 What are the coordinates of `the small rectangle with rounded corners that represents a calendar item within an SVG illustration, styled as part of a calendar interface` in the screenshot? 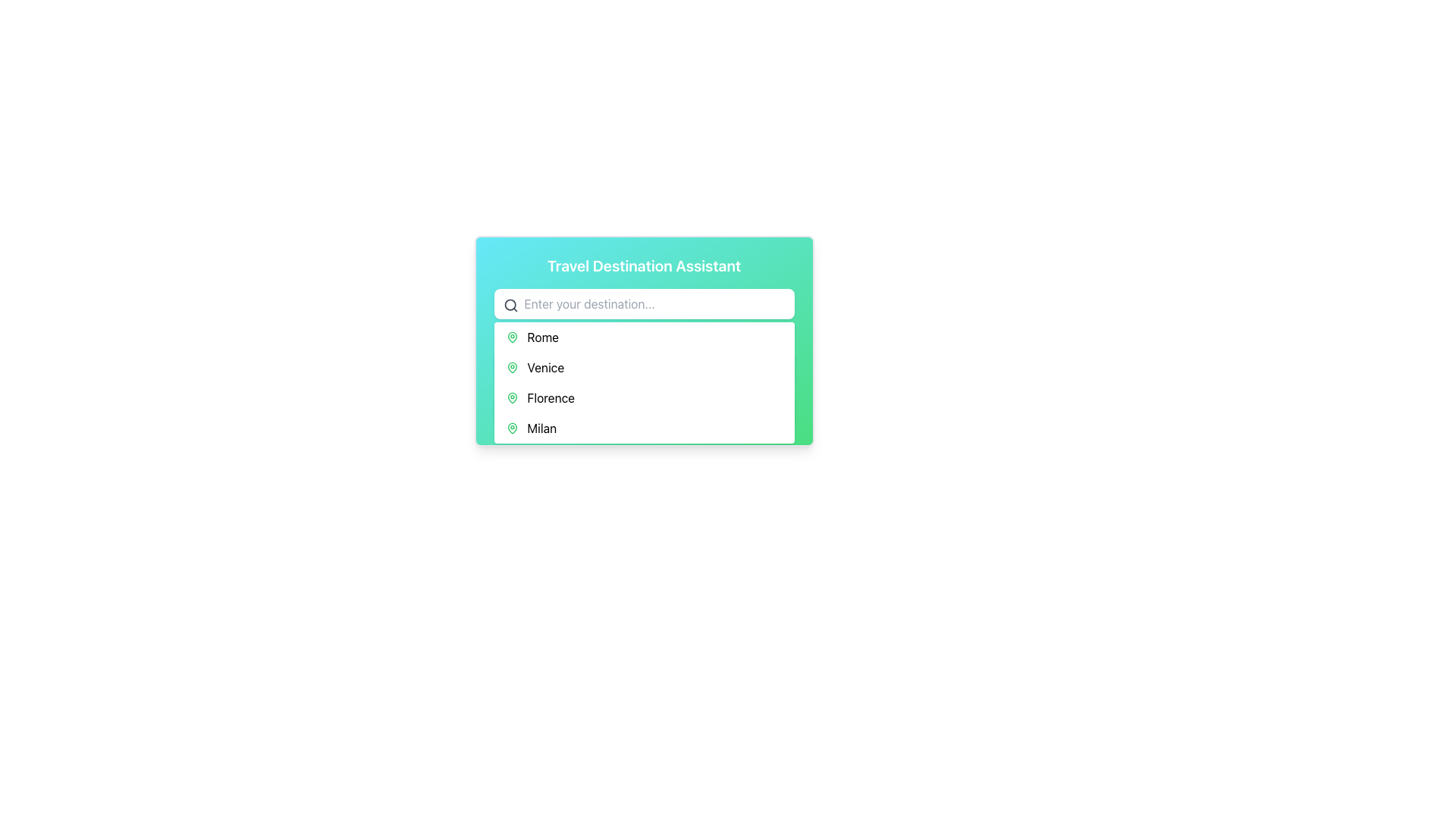 It's located at (510, 366).